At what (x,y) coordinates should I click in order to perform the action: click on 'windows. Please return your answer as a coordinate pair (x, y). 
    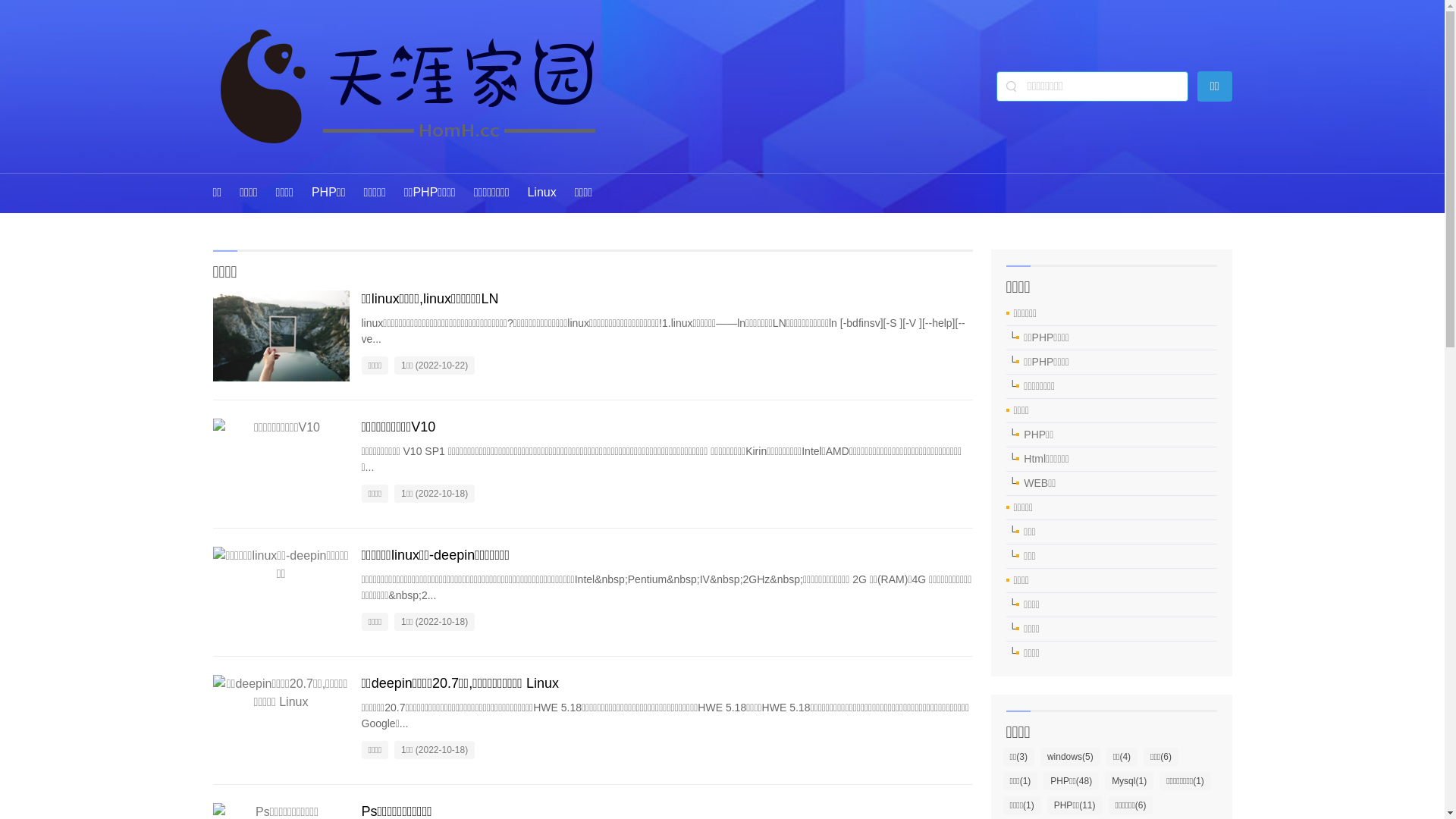
    Looking at the image, I should click on (1069, 757).